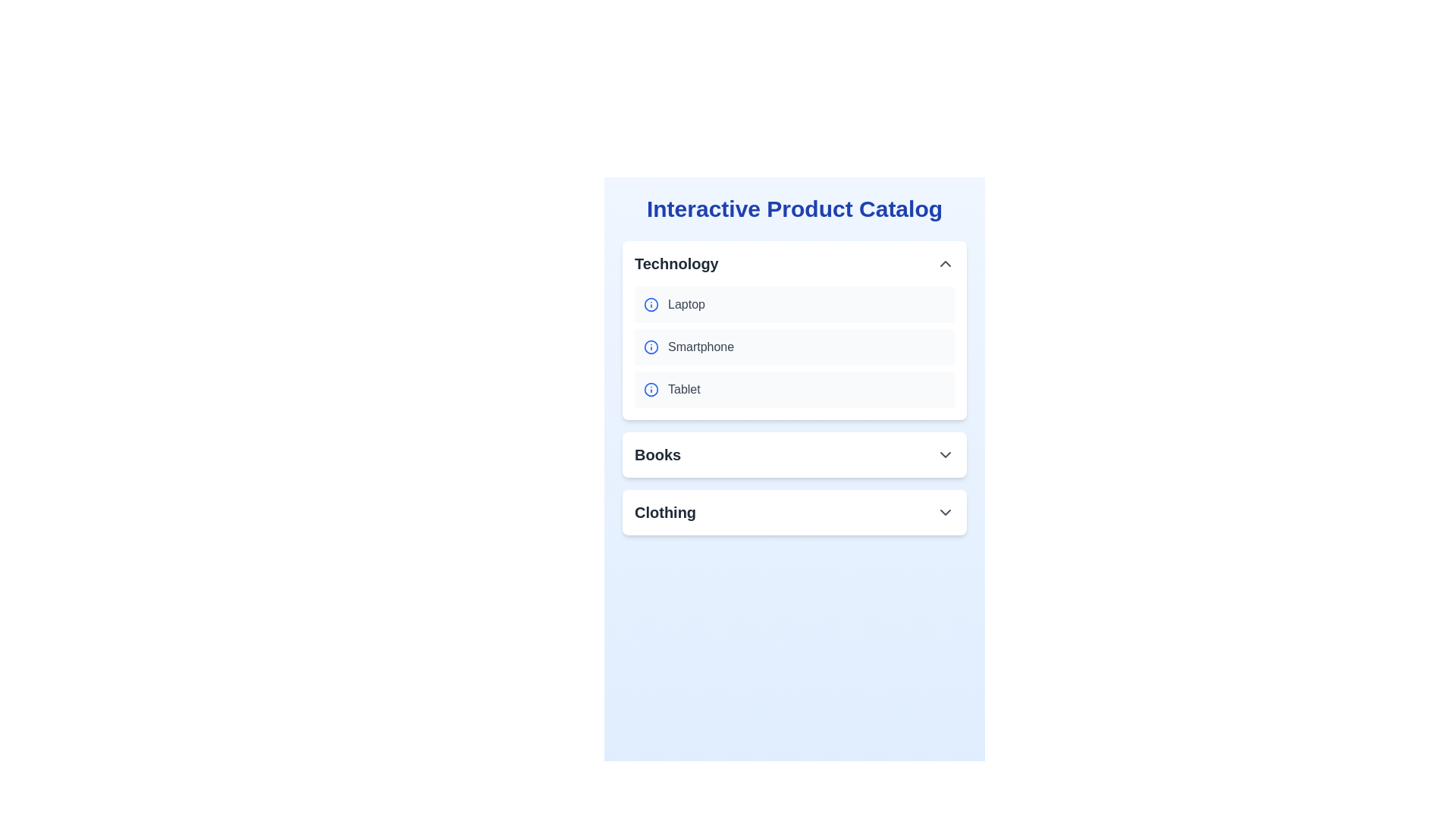  Describe the element at coordinates (651, 388) in the screenshot. I see `the information icon styled with a circular outline, located adjacent to the 'Tablet' text label in the 'Technology' section` at that location.